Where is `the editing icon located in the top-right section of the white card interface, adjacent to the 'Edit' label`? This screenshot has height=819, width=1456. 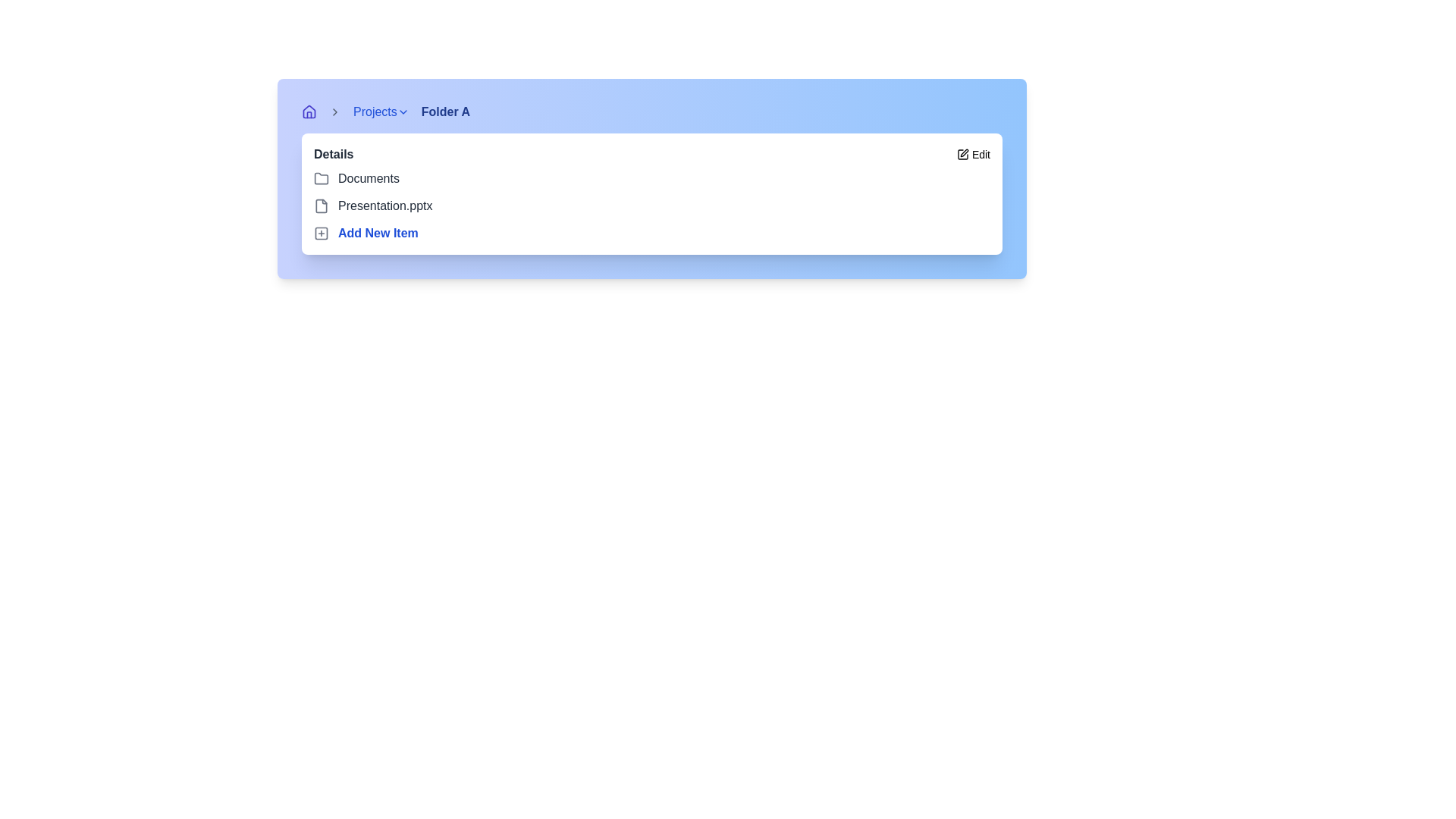
the editing icon located in the top-right section of the white card interface, adjacent to the 'Edit' label is located at coordinates (963, 152).